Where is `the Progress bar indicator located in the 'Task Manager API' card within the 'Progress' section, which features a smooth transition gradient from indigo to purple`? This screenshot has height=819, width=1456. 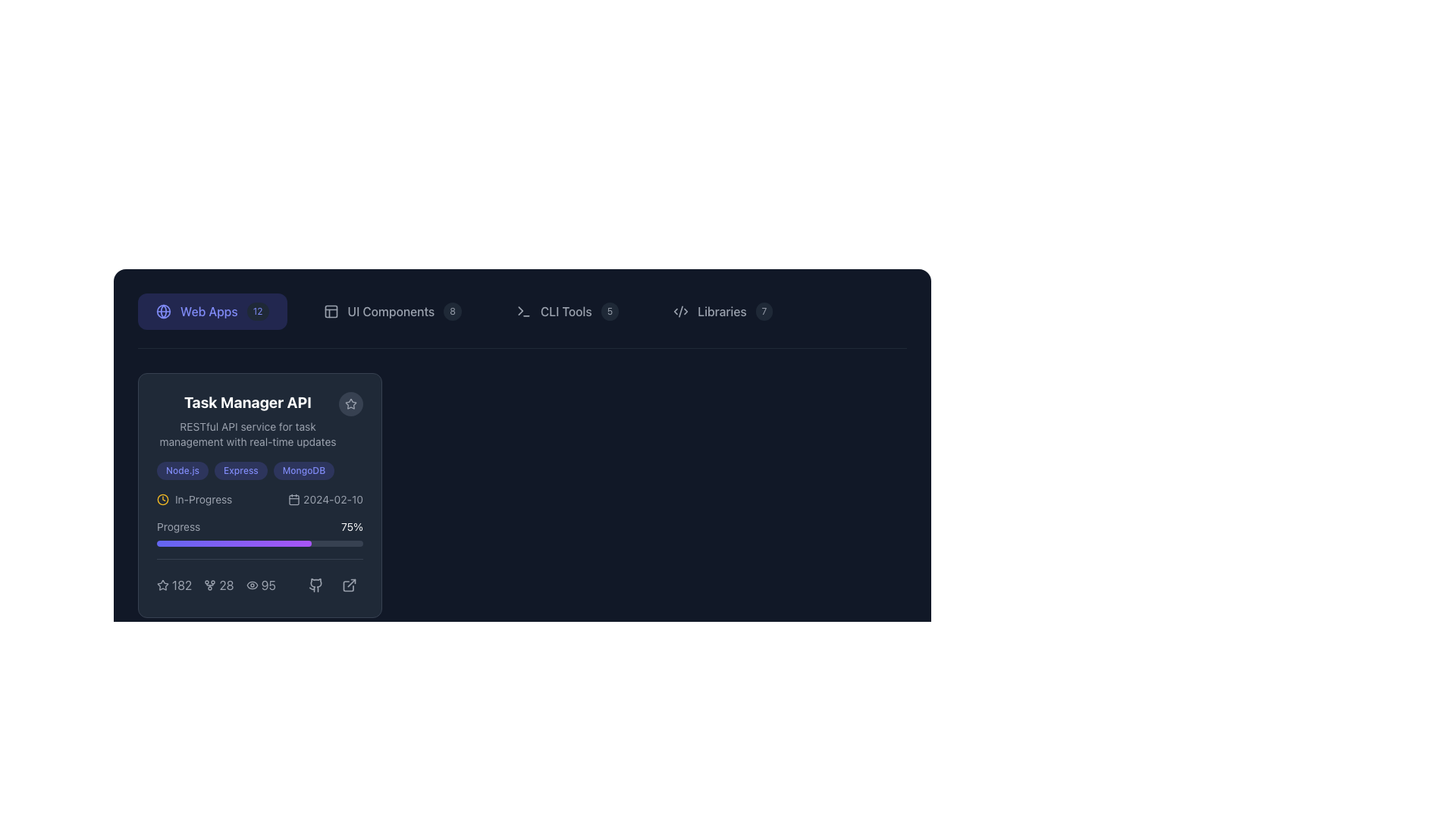 the Progress bar indicator located in the 'Task Manager API' card within the 'Progress' section, which features a smooth transition gradient from indigo to purple is located at coordinates (233, 543).